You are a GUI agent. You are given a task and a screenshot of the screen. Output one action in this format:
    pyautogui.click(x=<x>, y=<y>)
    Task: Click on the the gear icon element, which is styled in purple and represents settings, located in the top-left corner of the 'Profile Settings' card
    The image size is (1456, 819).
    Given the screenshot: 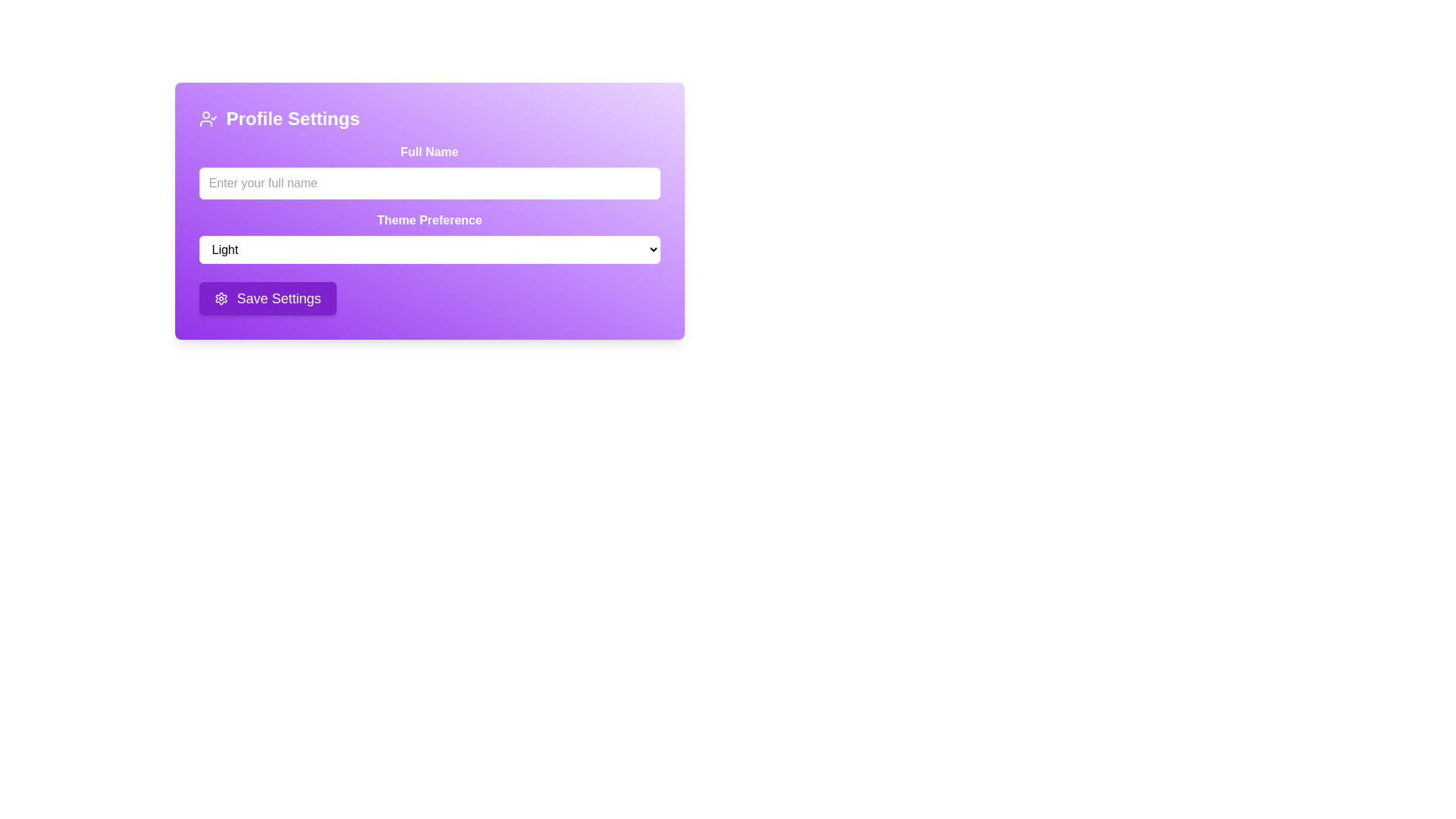 What is the action you would take?
    pyautogui.click(x=220, y=298)
    